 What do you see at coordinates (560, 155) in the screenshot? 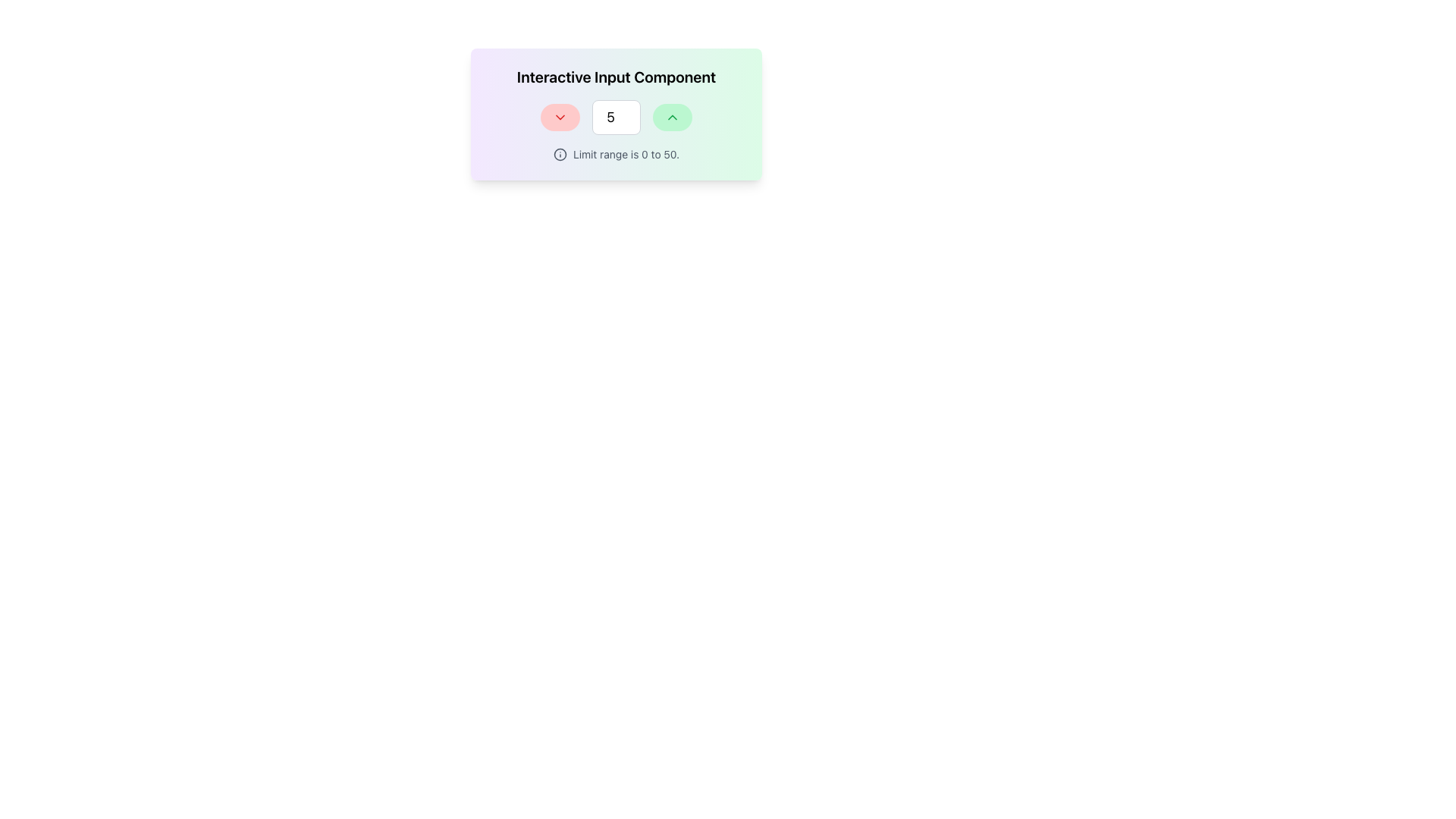
I see `the circular part of the information icon within the SVG graphic located at the bottom-left corner of the message box` at bounding box center [560, 155].